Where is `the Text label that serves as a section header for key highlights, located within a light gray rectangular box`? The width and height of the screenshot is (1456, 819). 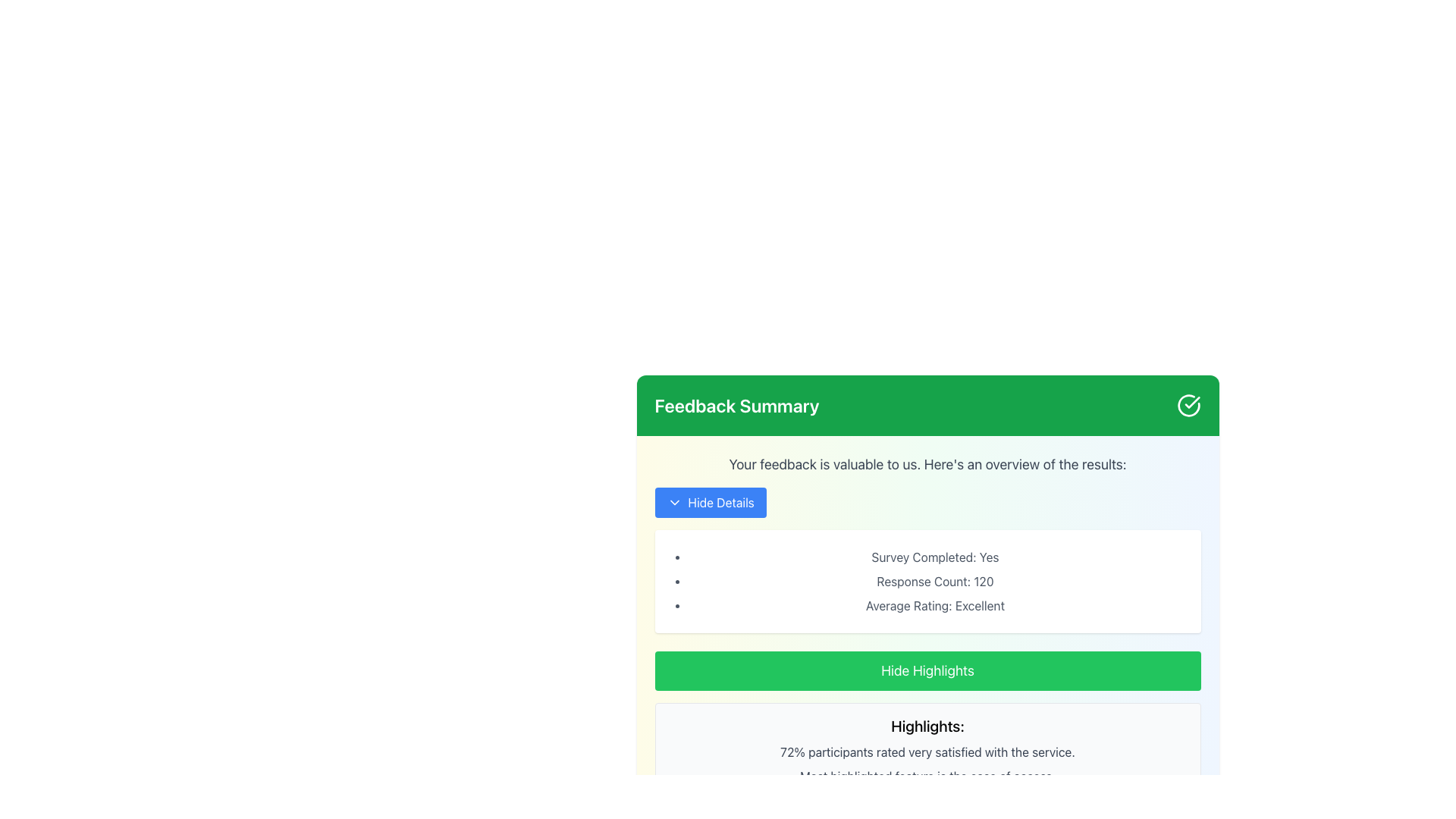
the Text label that serves as a section header for key highlights, located within a light gray rectangular box is located at coordinates (927, 725).